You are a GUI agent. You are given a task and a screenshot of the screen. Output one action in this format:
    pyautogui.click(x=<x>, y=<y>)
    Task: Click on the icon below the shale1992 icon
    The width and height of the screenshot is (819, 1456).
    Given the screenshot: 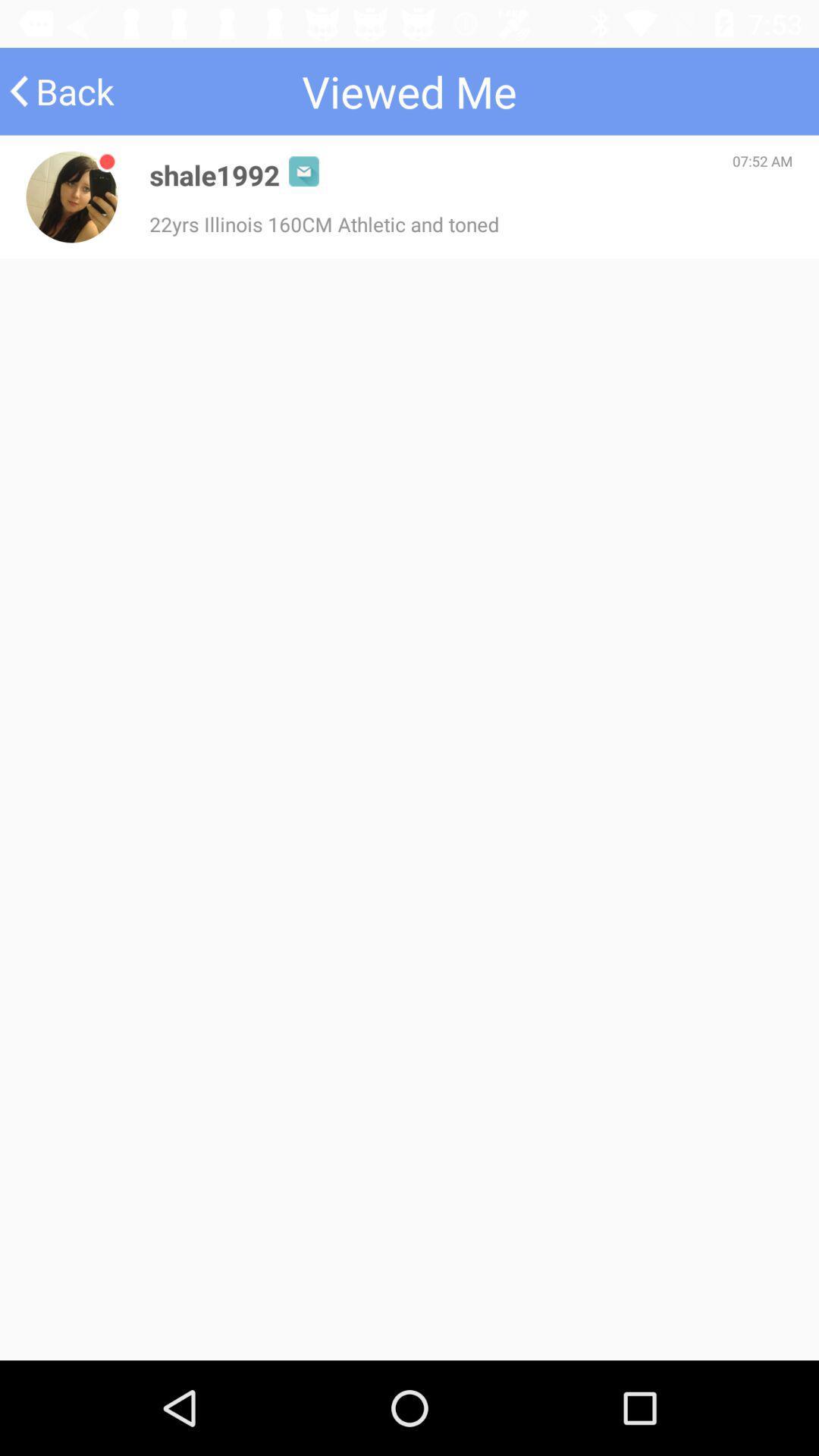 What is the action you would take?
    pyautogui.click(x=323, y=223)
    